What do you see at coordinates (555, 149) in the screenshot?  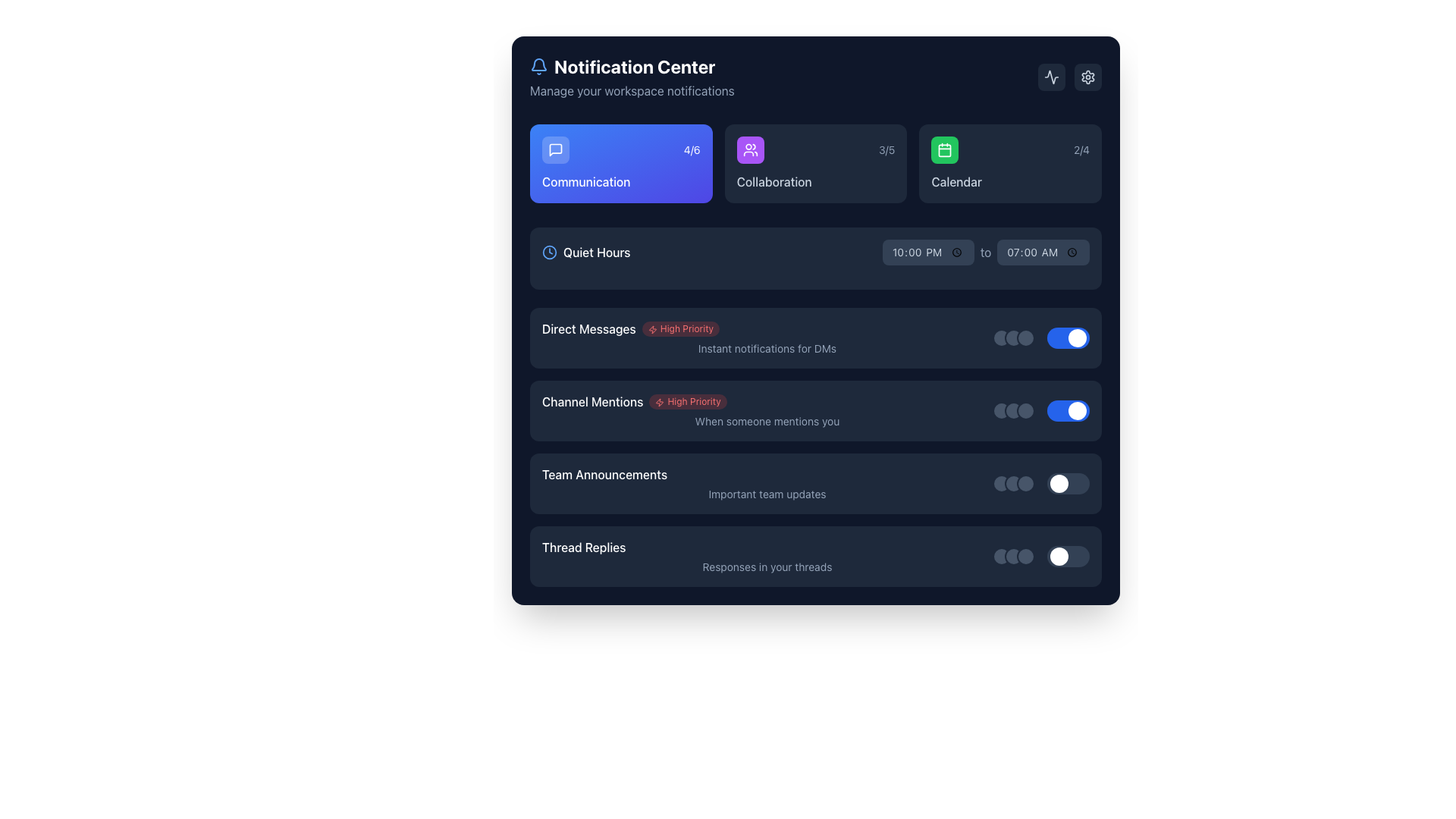 I see `the 'Communication' category icon located in the upper part of the interface, which is visually represented within a rounded blue rectangular section` at bounding box center [555, 149].